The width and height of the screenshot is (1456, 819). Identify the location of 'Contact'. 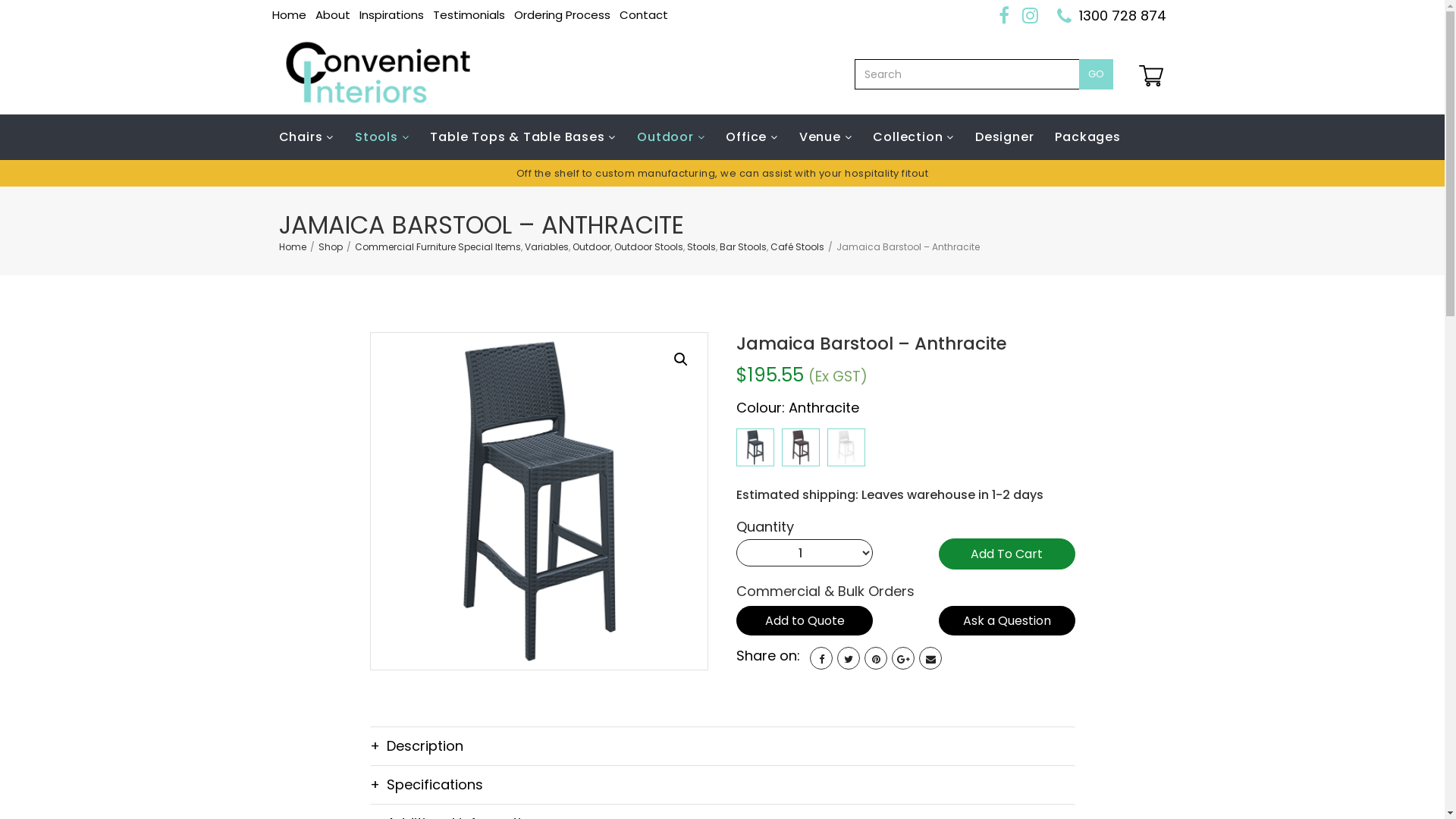
(643, 14).